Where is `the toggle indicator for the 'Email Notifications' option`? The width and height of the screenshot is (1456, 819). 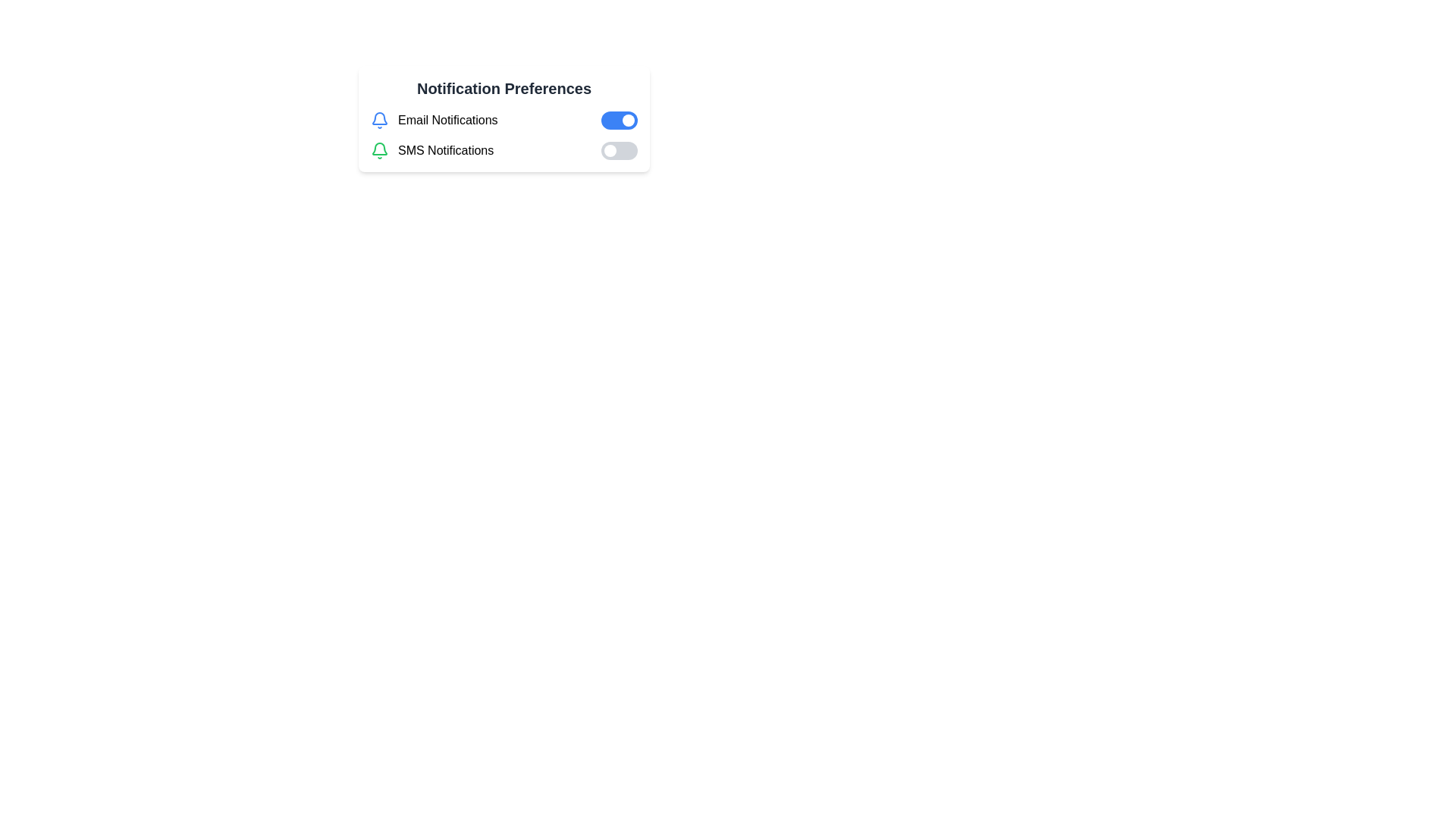
the toggle indicator for the 'Email Notifications' option is located at coordinates (629, 119).